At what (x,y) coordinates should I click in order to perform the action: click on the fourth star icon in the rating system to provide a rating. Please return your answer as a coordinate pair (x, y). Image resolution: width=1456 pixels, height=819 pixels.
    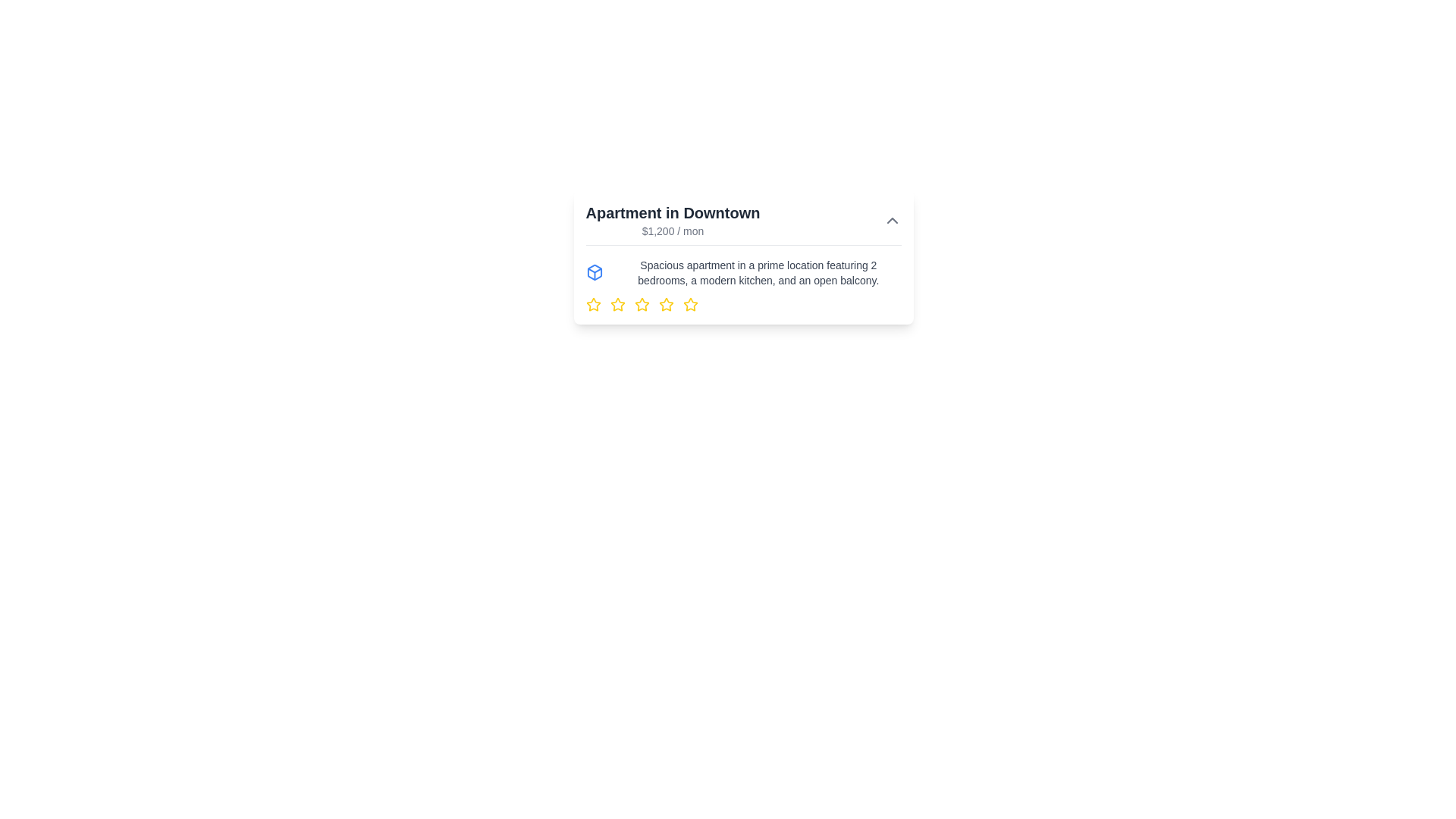
    Looking at the image, I should click on (666, 304).